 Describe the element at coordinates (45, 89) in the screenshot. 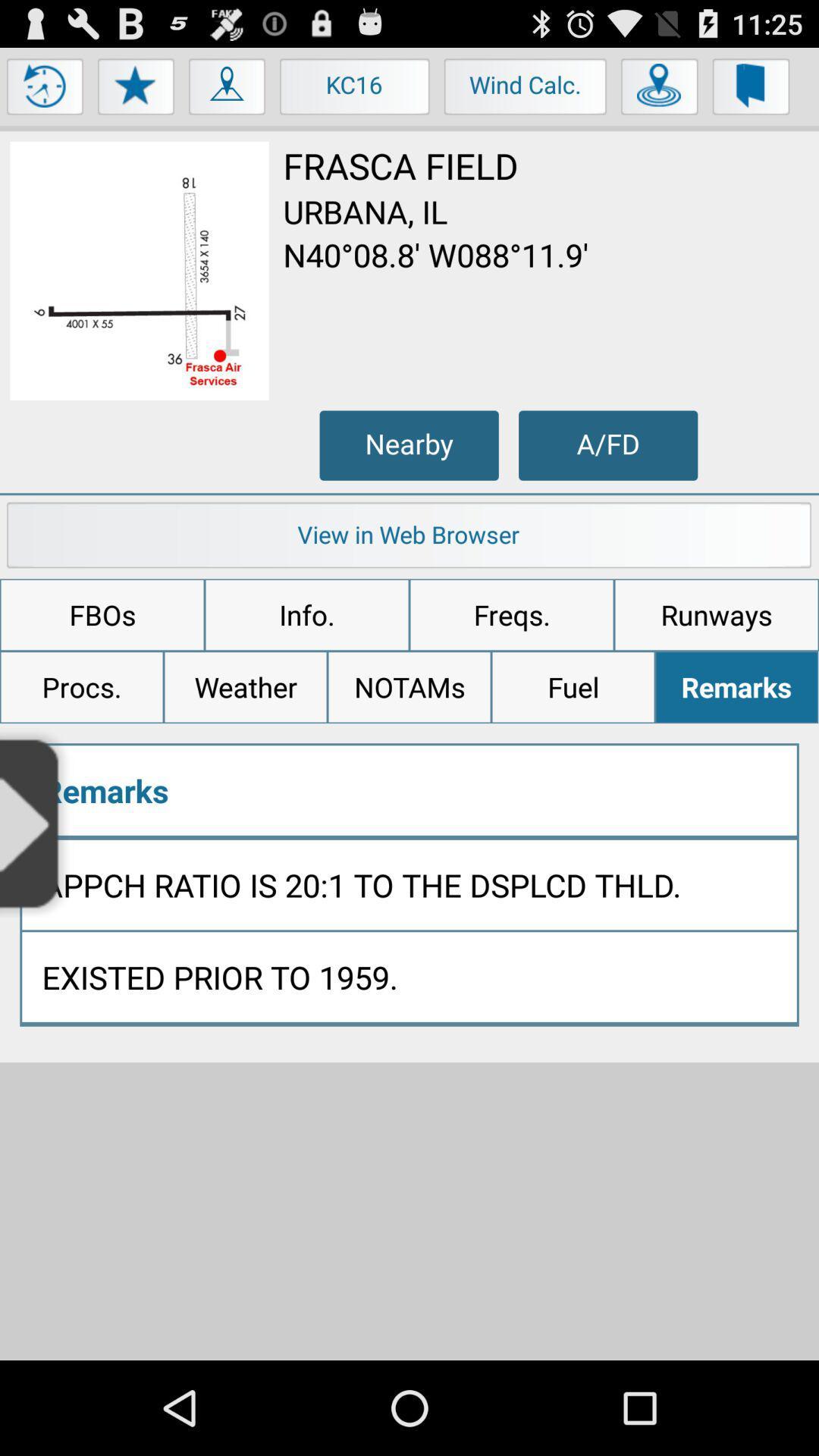

I see `menu button` at that location.